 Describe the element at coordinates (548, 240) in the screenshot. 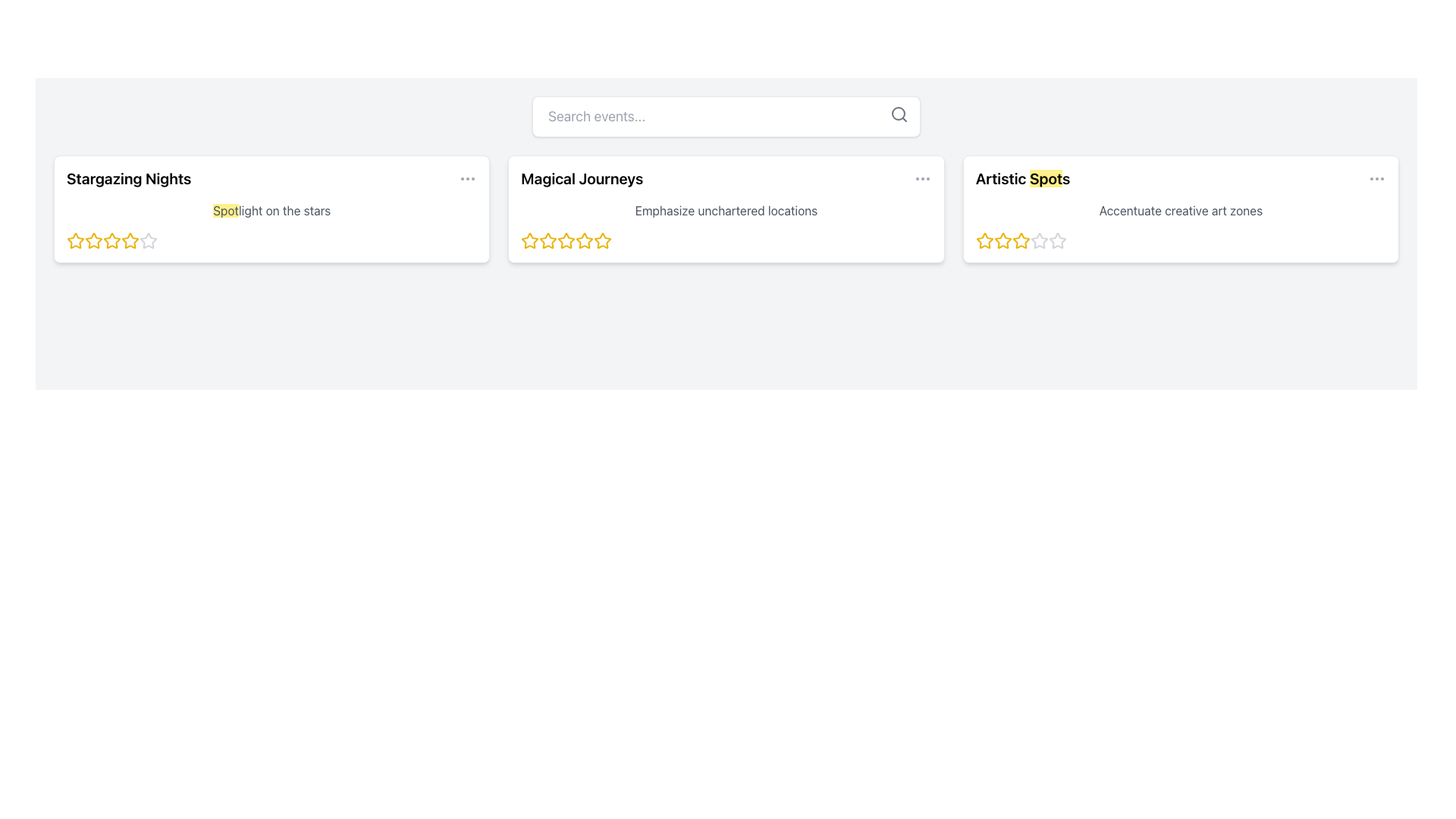

I see `the first yellow star icon in the rating system below the 'Magical Journeys' headline` at that location.